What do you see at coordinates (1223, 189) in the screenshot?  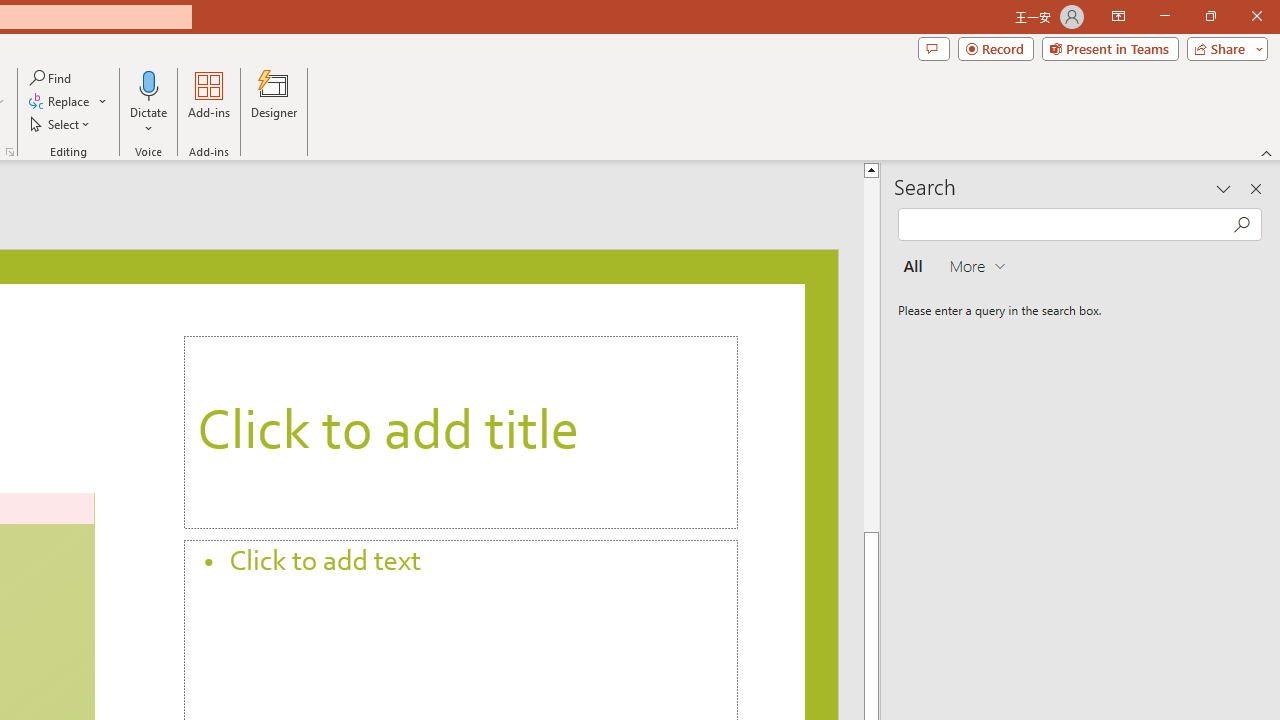 I see `'Task Pane Options'` at bounding box center [1223, 189].